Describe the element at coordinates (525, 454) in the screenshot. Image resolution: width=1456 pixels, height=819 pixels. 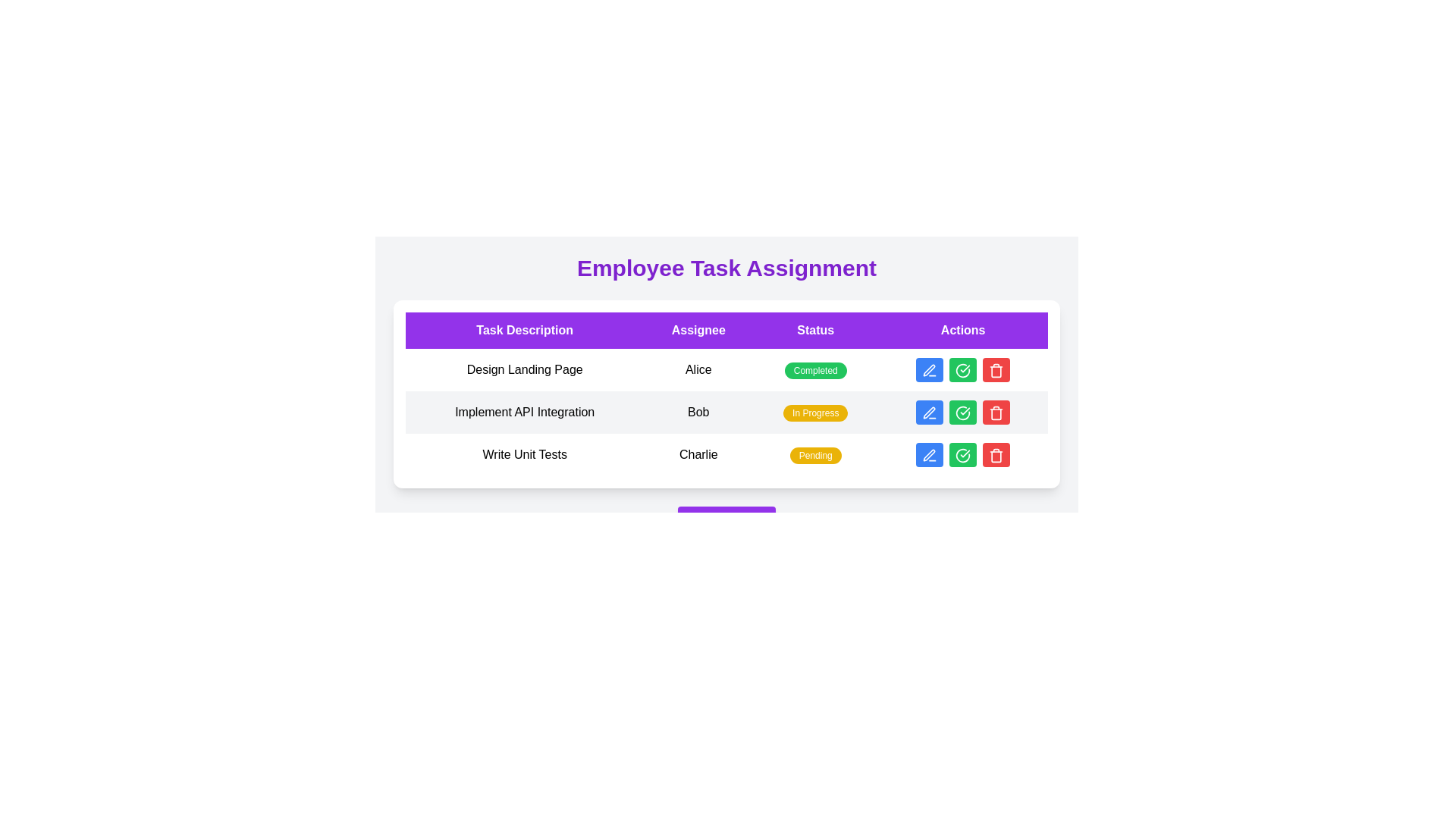
I see `the label displaying 'Write Unit Tests' located in the third row of the table under the 'Task Description' column header` at that location.